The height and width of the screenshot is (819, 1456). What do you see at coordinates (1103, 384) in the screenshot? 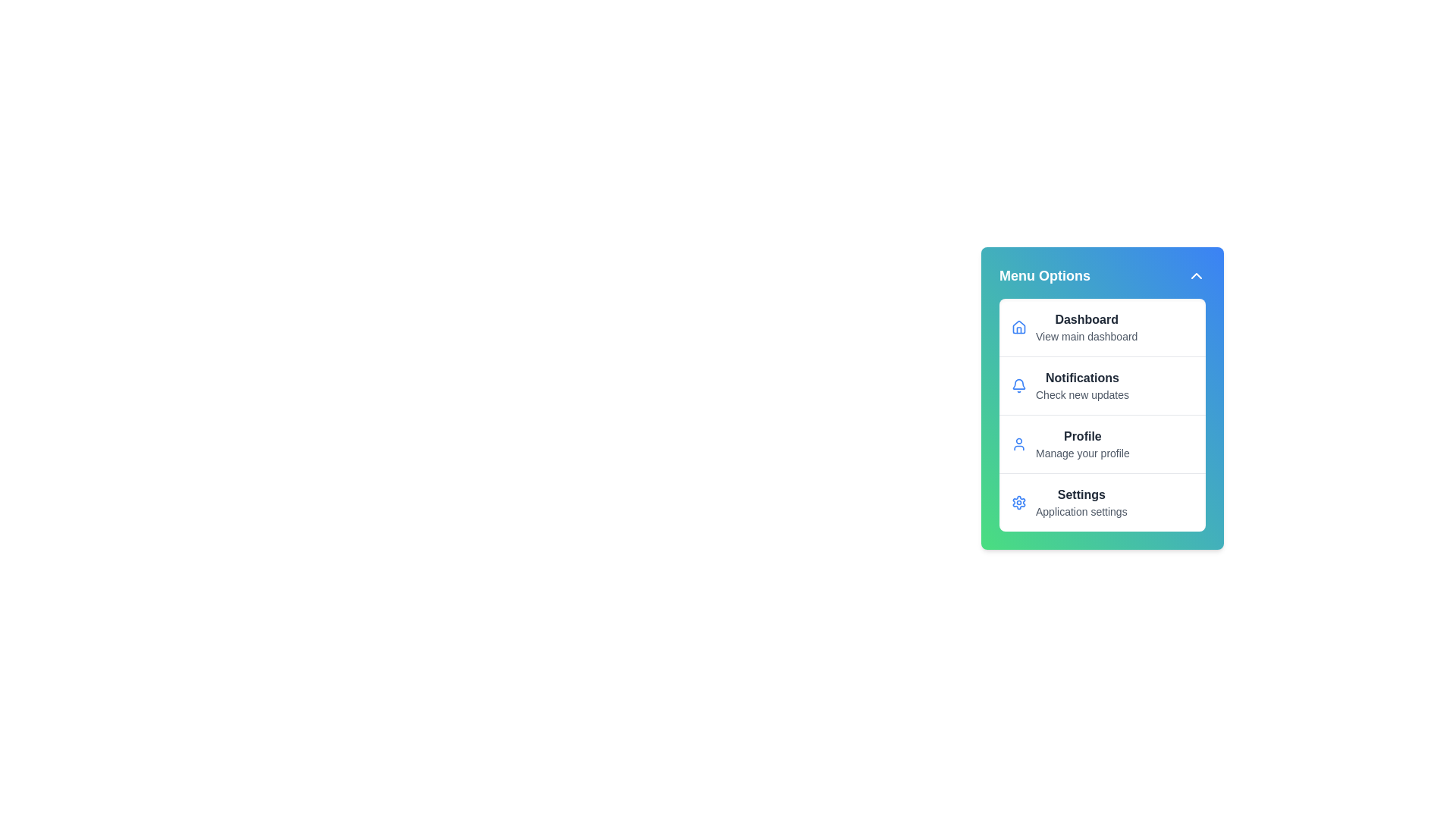
I see `the menu item corresponding to Notifications` at bounding box center [1103, 384].